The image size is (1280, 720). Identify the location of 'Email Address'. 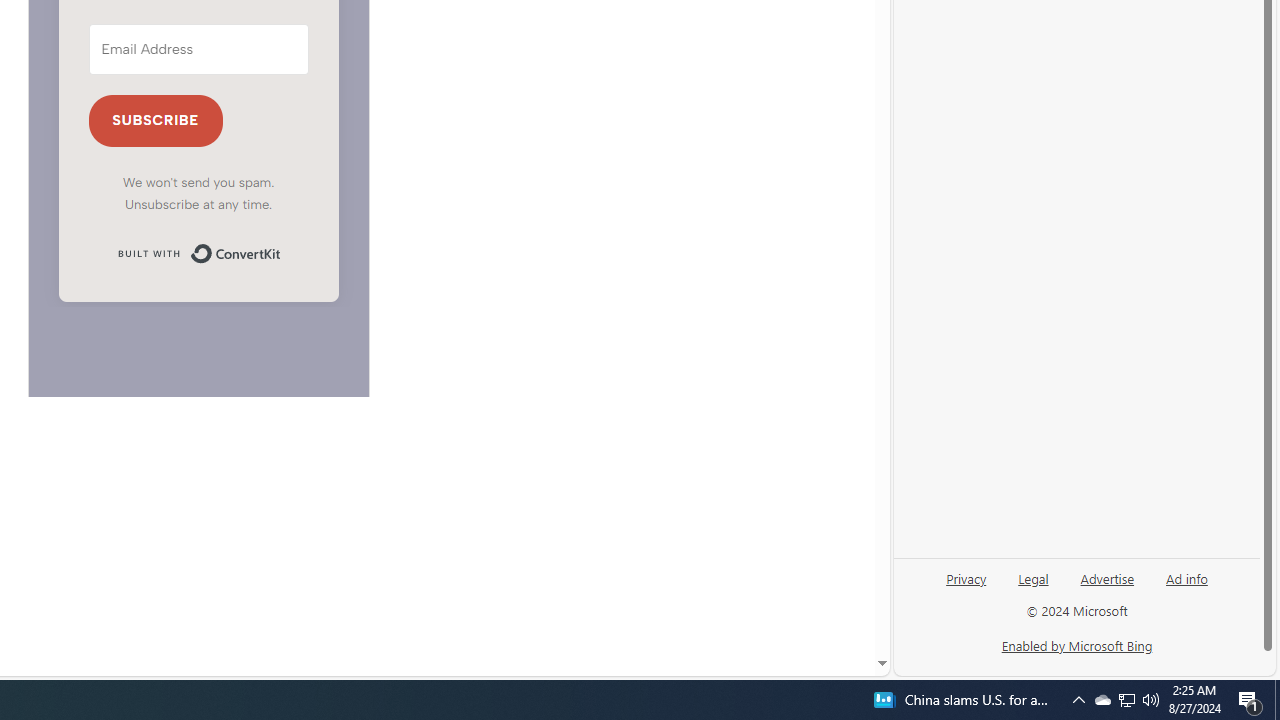
(198, 48).